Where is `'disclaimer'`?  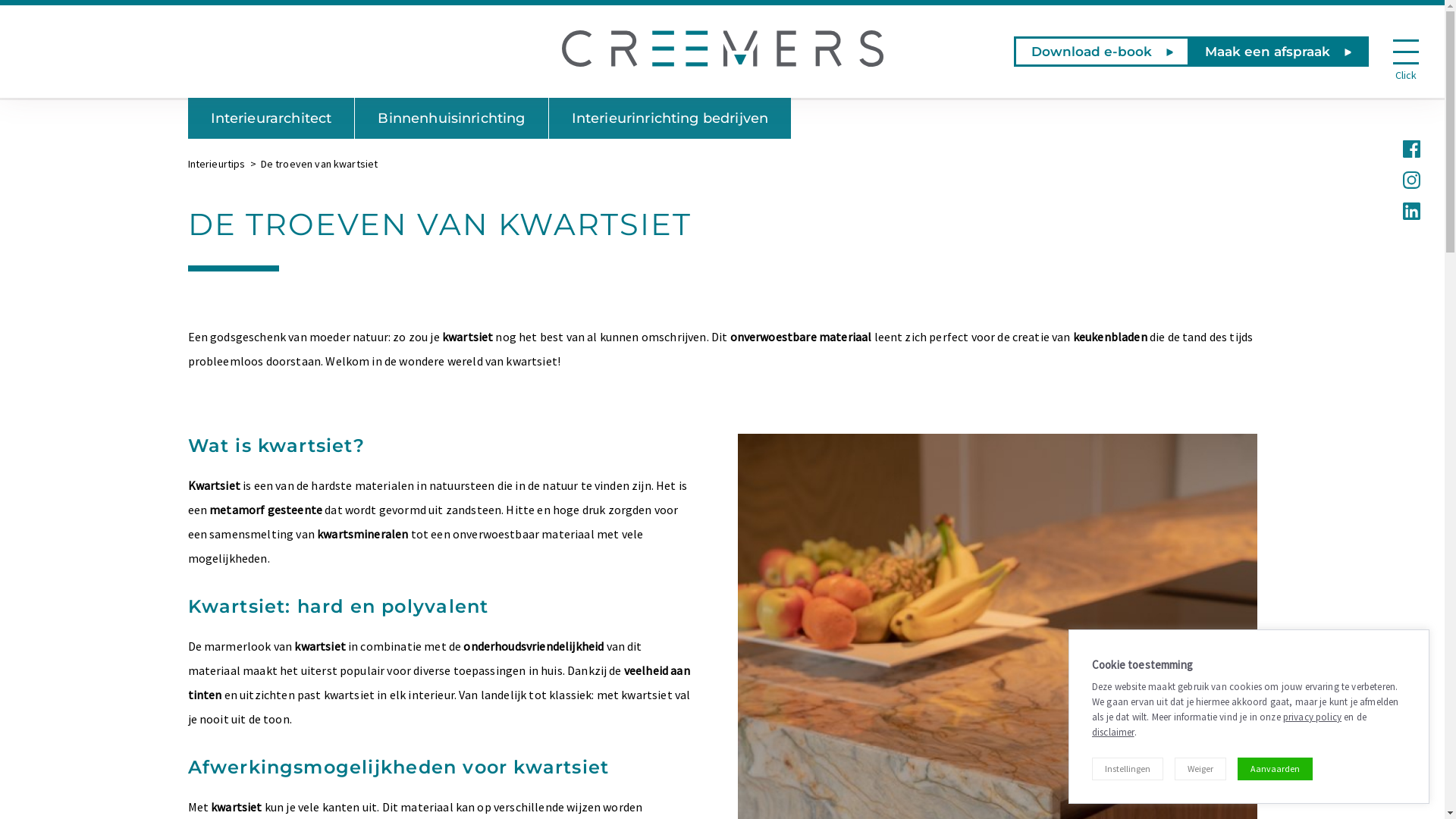 'disclaimer' is located at coordinates (1113, 731).